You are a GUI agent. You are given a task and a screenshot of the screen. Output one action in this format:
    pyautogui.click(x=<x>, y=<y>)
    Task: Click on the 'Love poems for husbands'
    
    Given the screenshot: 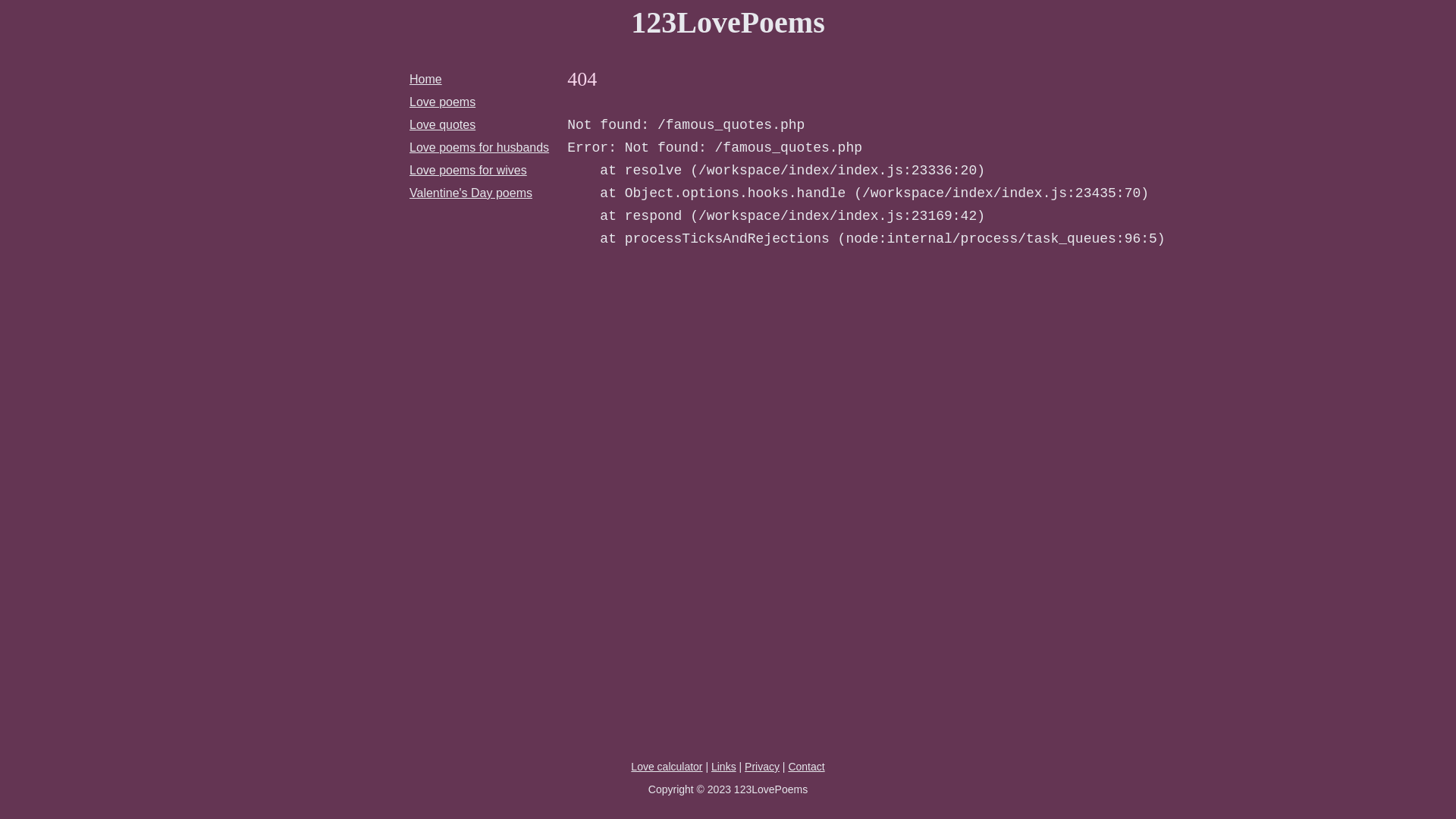 What is the action you would take?
    pyautogui.click(x=479, y=147)
    